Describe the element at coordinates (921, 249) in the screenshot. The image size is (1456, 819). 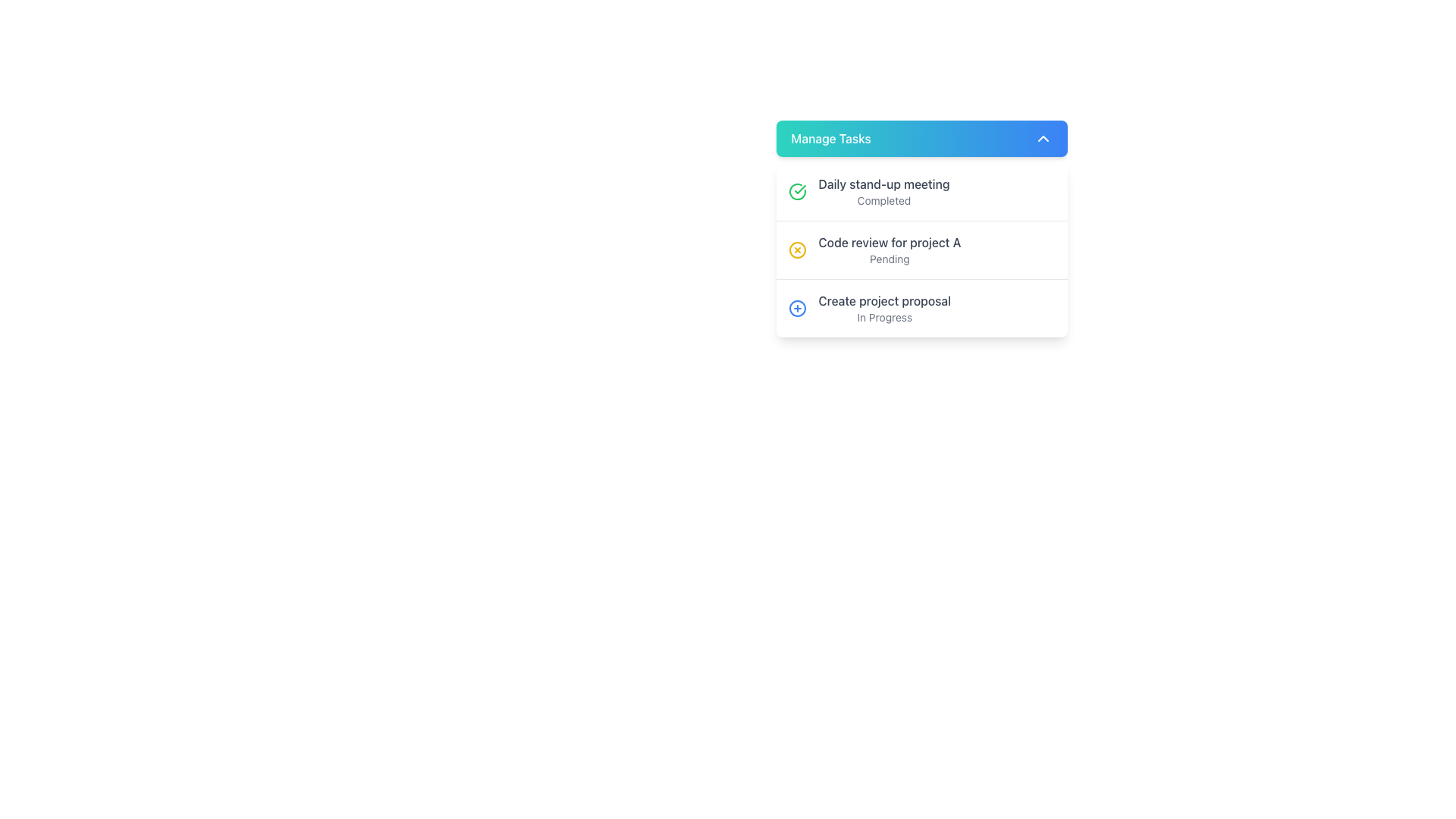
I see `the second task list item which has a yellow circular icon with a cross, a bold text label 'Code review for project A', and a smaller gray text 'Pending'` at that location.